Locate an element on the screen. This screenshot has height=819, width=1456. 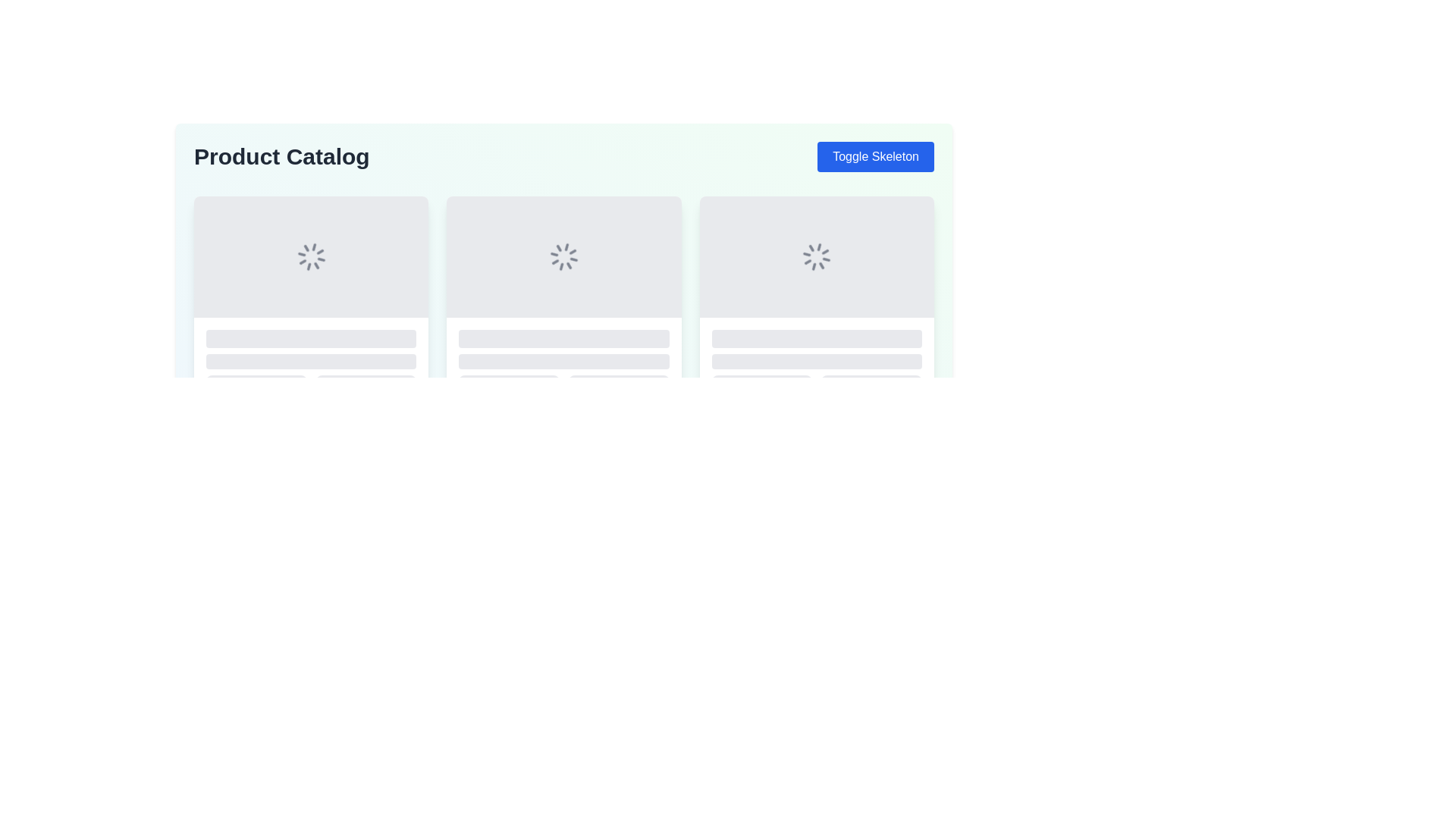
the loading placeholder, which is a rectangular interactive bar with rounded corners and a light gray background, located at the bottom section of the center card in a three-card horizontal layout is located at coordinates (509, 380).